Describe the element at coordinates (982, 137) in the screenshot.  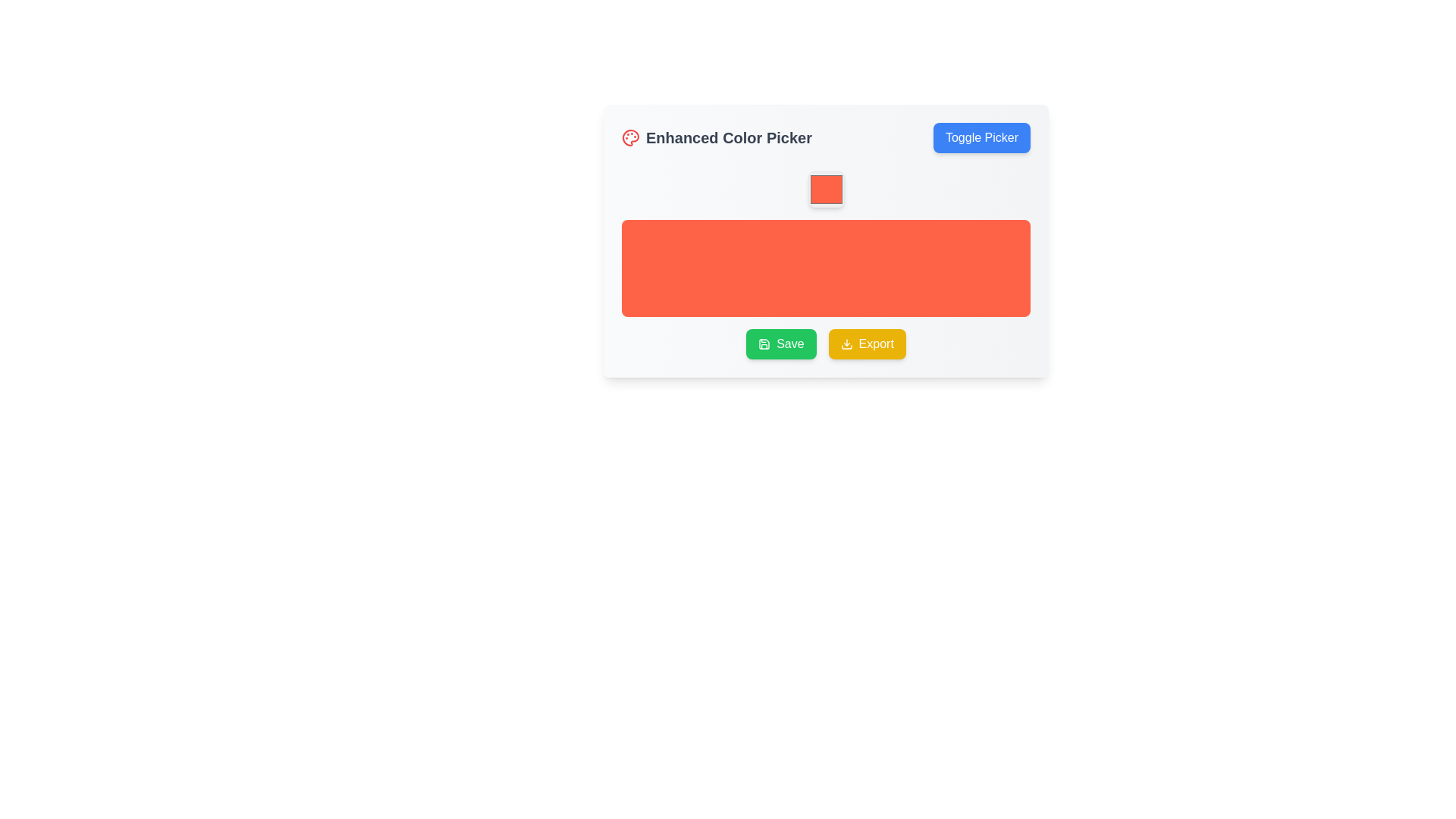
I see `the 'Toggle Picker' button, which has rounded corners, a blue background, and white text, located at the top-right of the interface` at that location.